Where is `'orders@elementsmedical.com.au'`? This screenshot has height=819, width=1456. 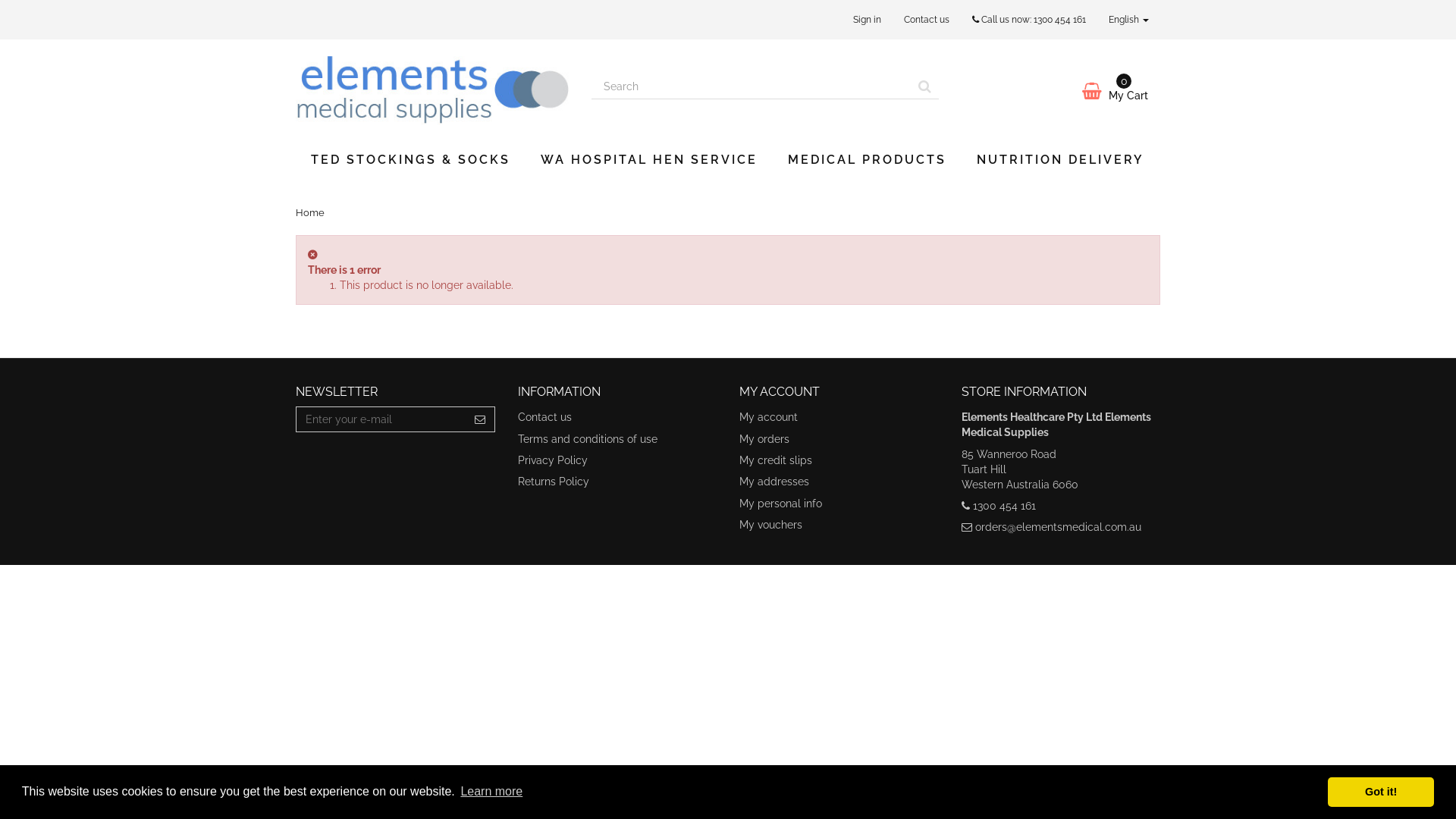
'orders@elementsmedical.com.au' is located at coordinates (1057, 526).